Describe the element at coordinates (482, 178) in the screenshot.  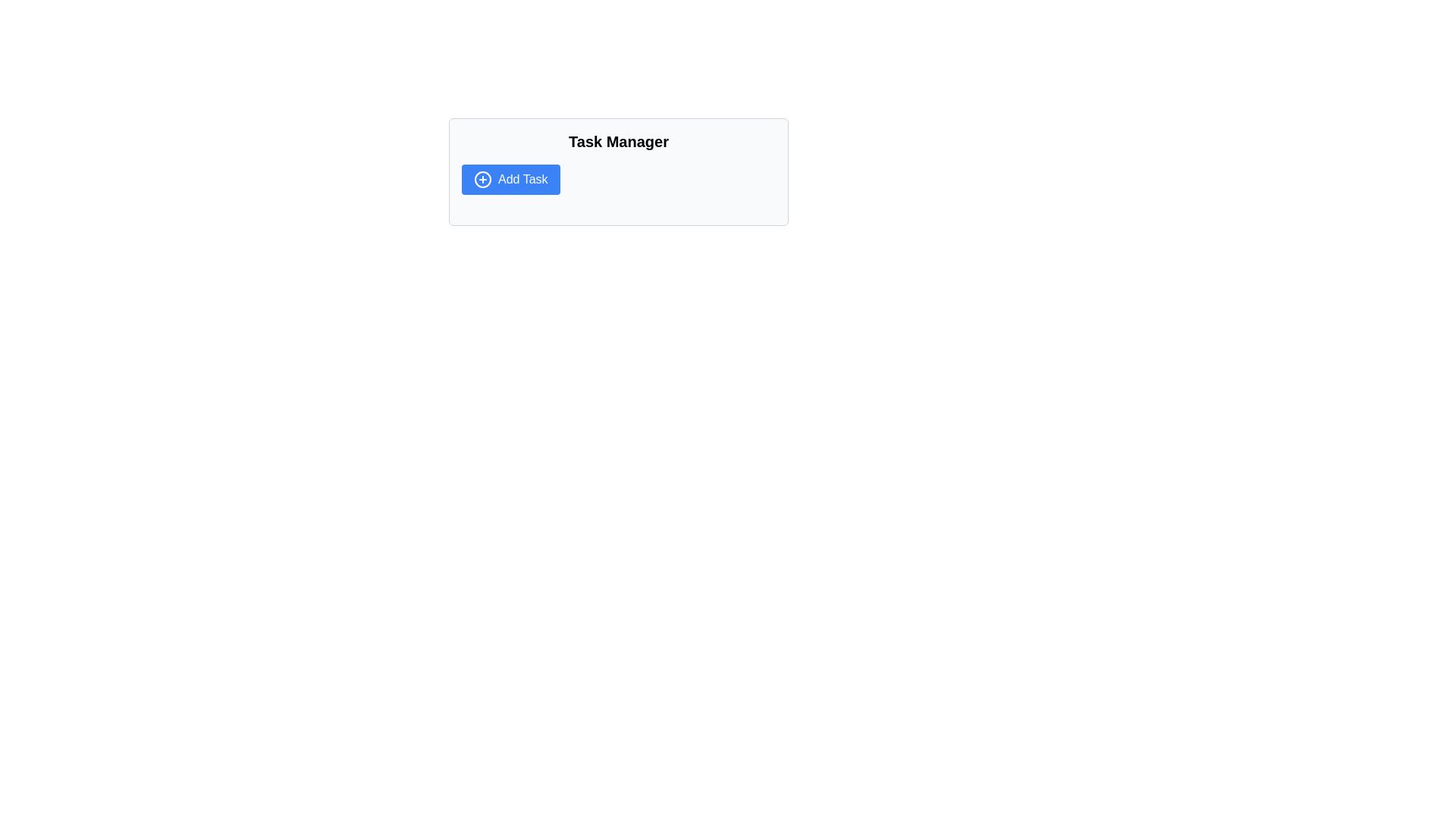
I see `the icon inside the 'Add Task' button located at the bottom-left section of the 'Task Manager' card` at that location.